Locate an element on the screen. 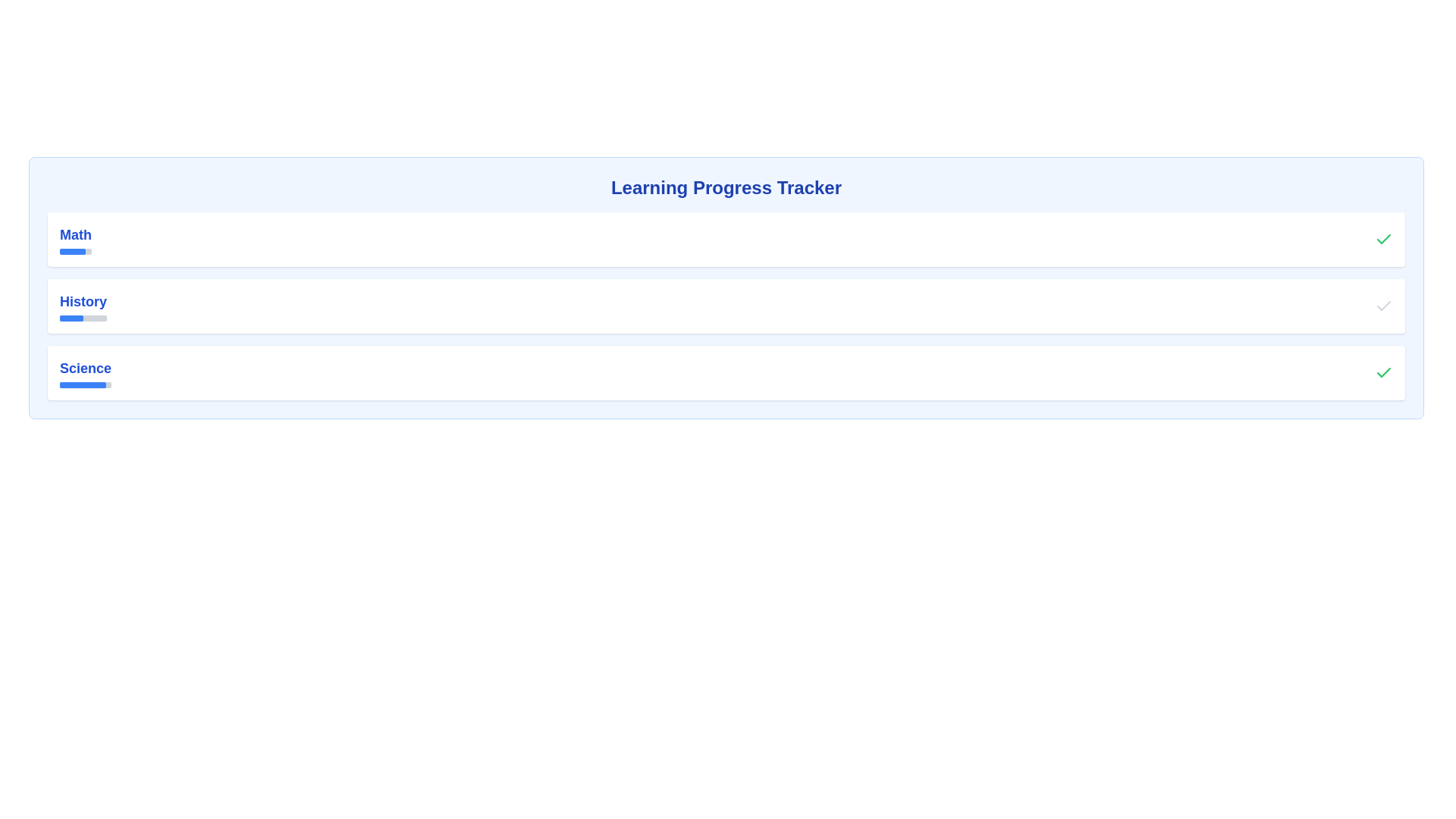 Image resolution: width=1456 pixels, height=819 pixels. the green checkmark SVG icon located to the far right of the 'Science' list item, indicating completion is located at coordinates (1383, 373).